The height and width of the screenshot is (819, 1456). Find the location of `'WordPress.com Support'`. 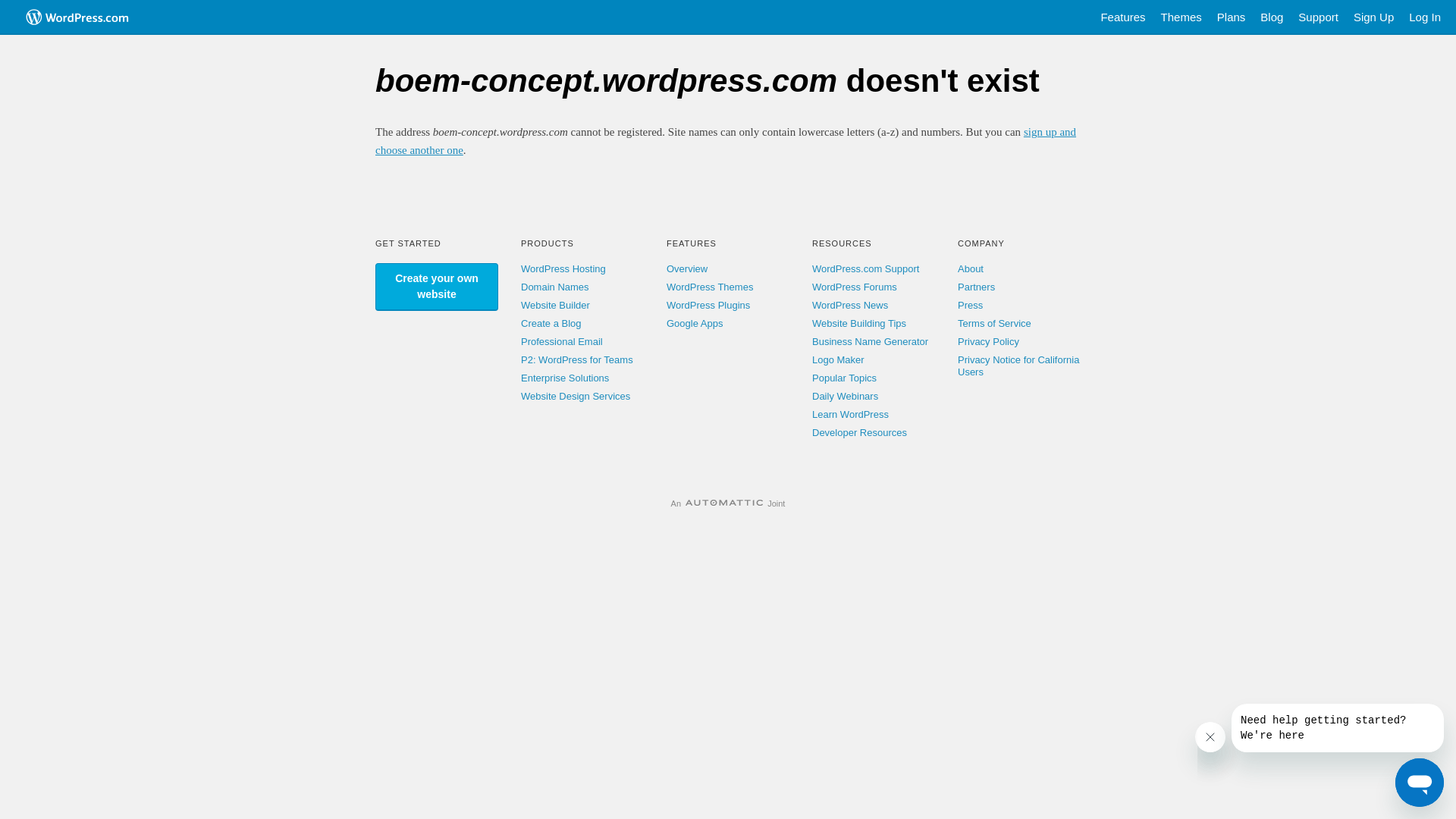

'WordPress.com Support' is located at coordinates (811, 268).